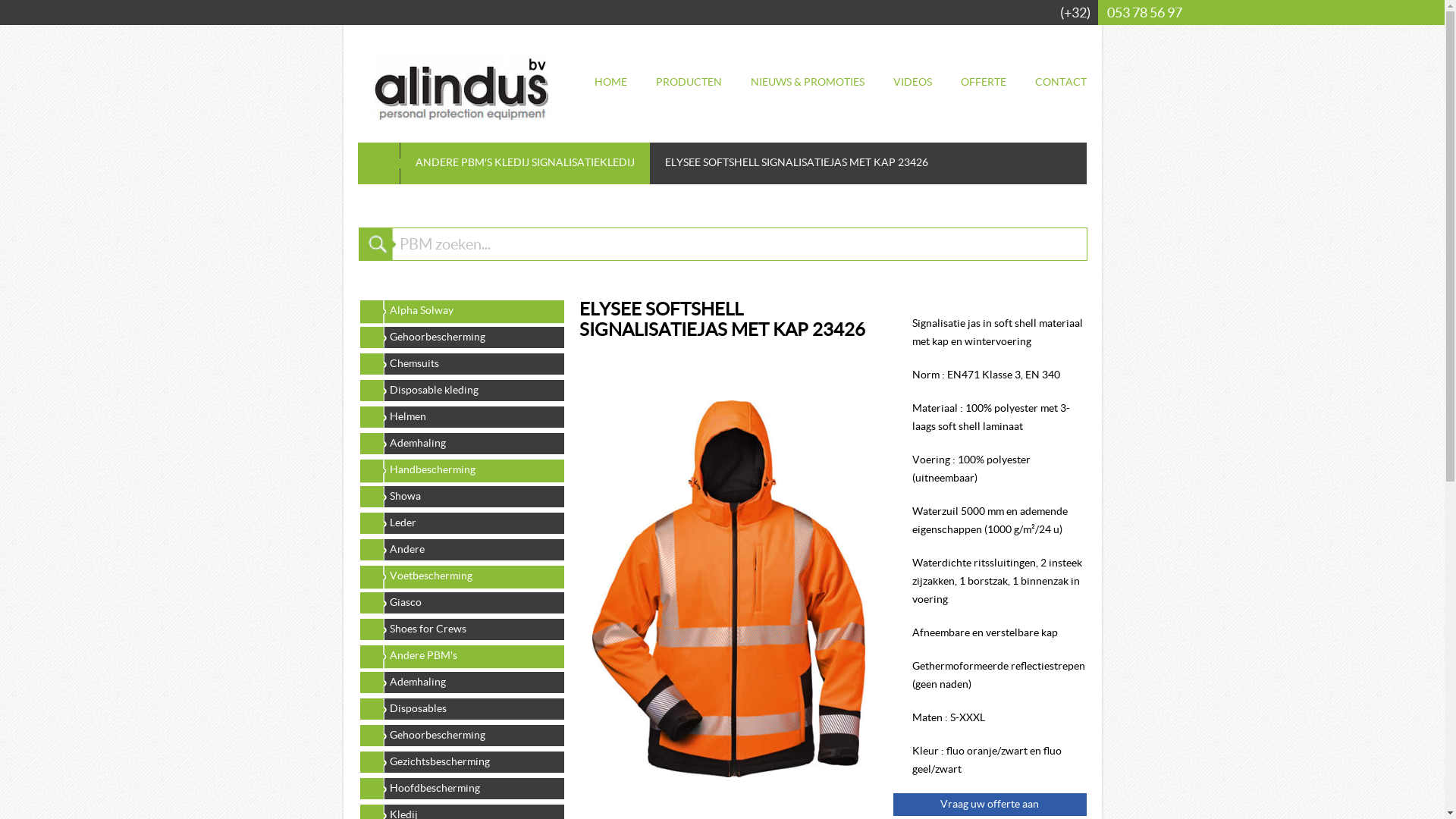  Describe the element at coordinates (990, 803) in the screenshot. I see `'Vraag uw offerte aan'` at that location.